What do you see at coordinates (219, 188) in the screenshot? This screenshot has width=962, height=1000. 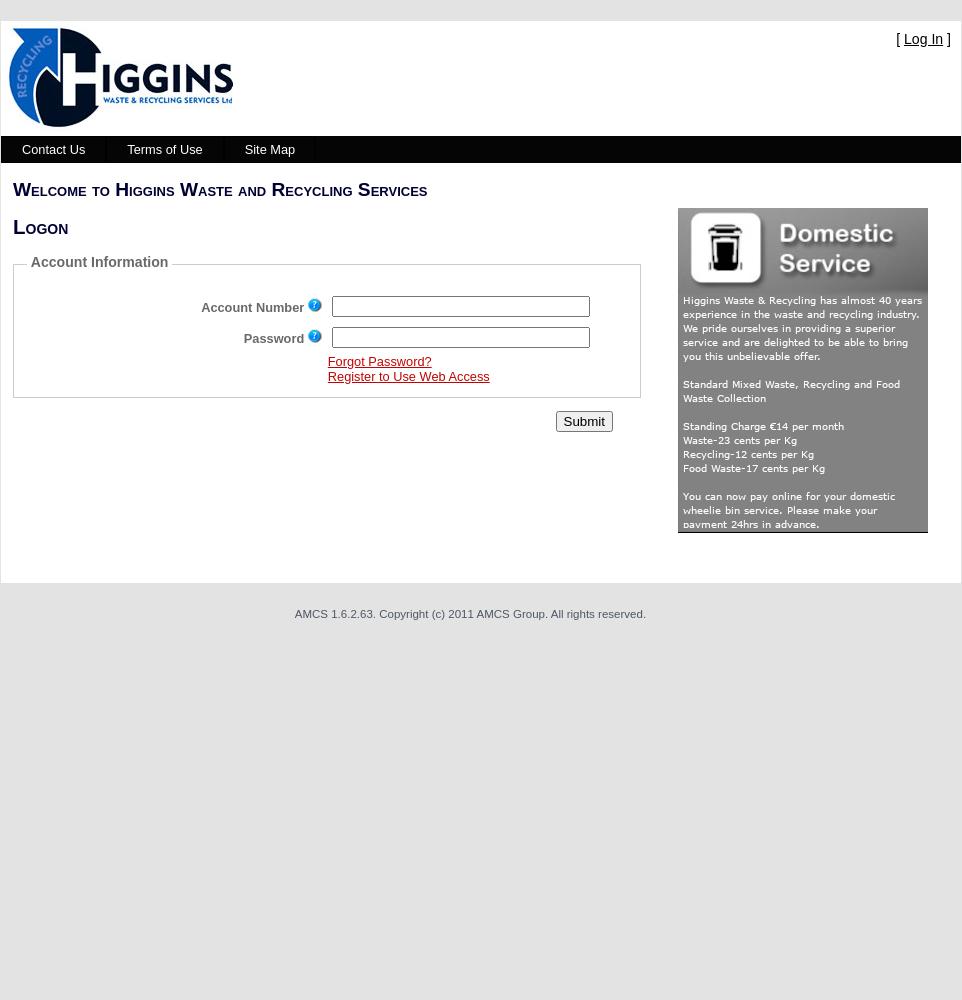 I see `'Welcome to Higgins Waste and Recycling Services'` at bounding box center [219, 188].